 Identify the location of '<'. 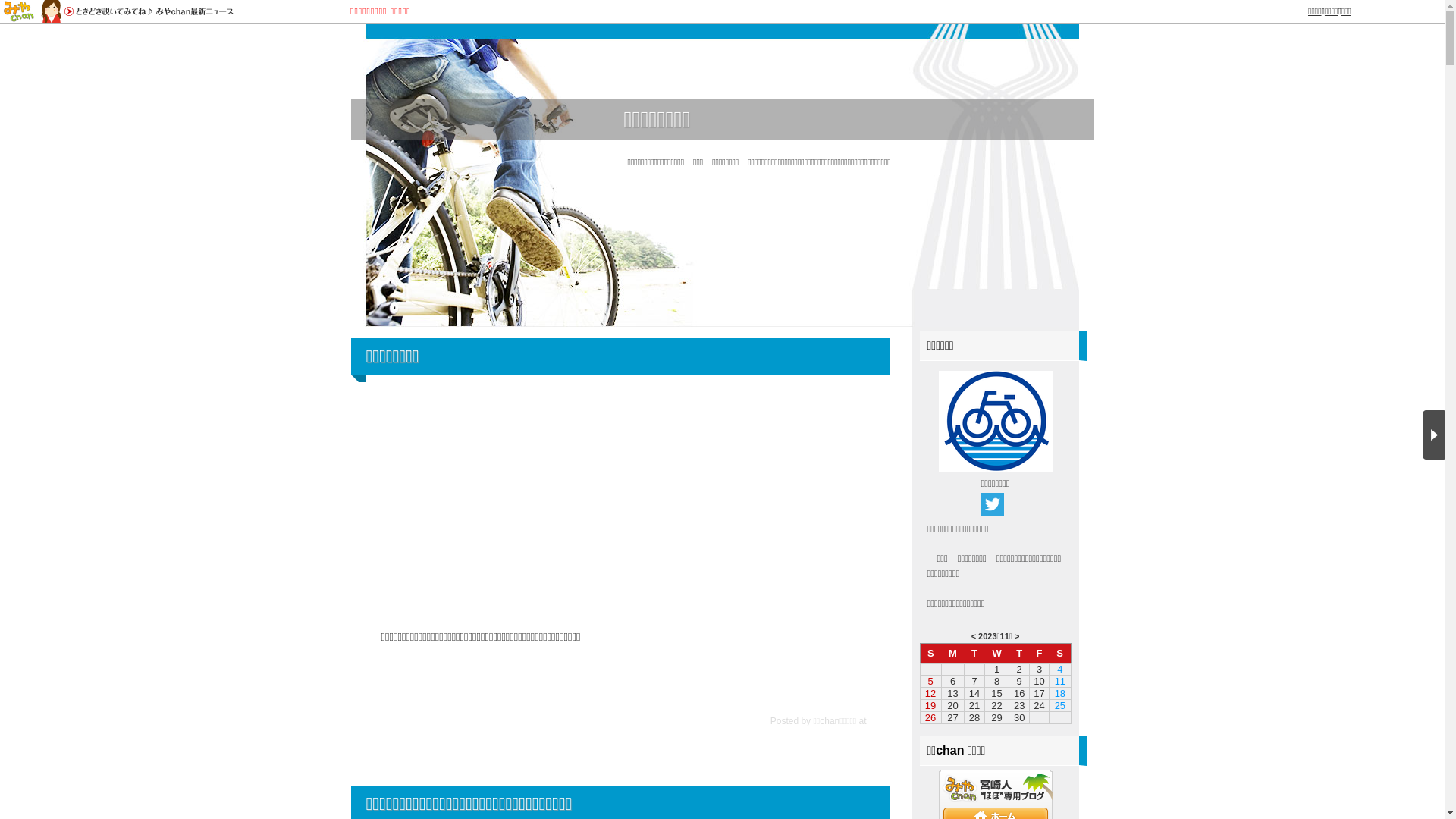
(973, 636).